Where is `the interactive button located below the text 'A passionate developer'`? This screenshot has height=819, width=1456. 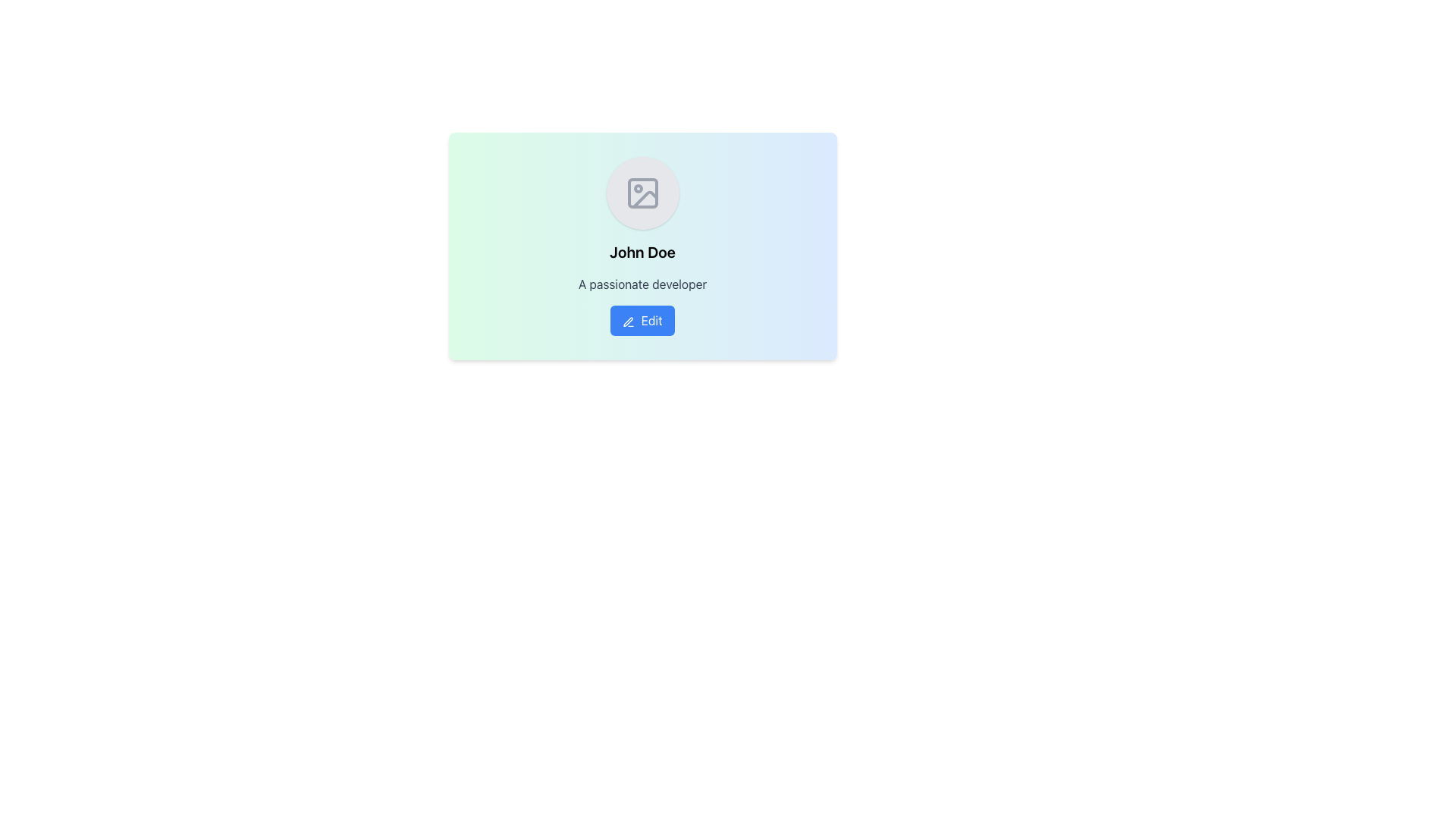
the interactive button located below the text 'A passionate developer' is located at coordinates (642, 320).